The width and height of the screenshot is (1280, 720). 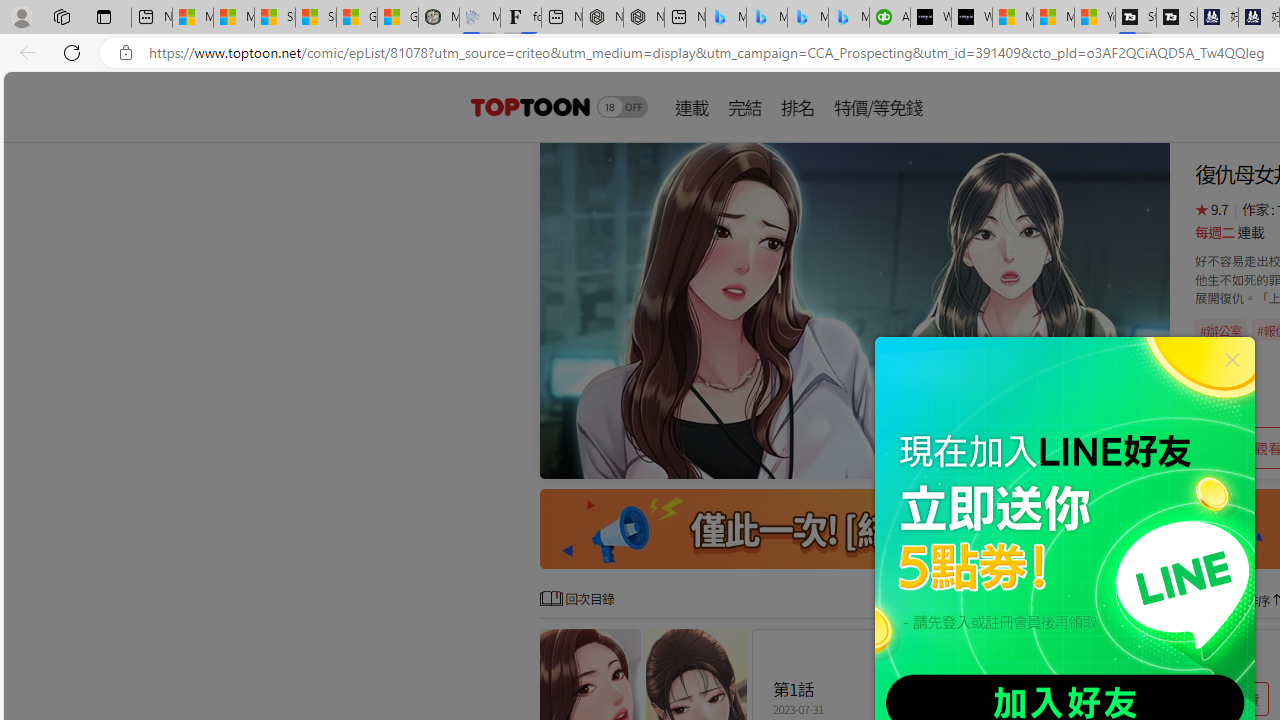 What do you see at coordinates (315, 17) in the screenshot?
I see `'Shanghai, China weather forecast | Microsoft Weather'` at bounding box center [315, 17].